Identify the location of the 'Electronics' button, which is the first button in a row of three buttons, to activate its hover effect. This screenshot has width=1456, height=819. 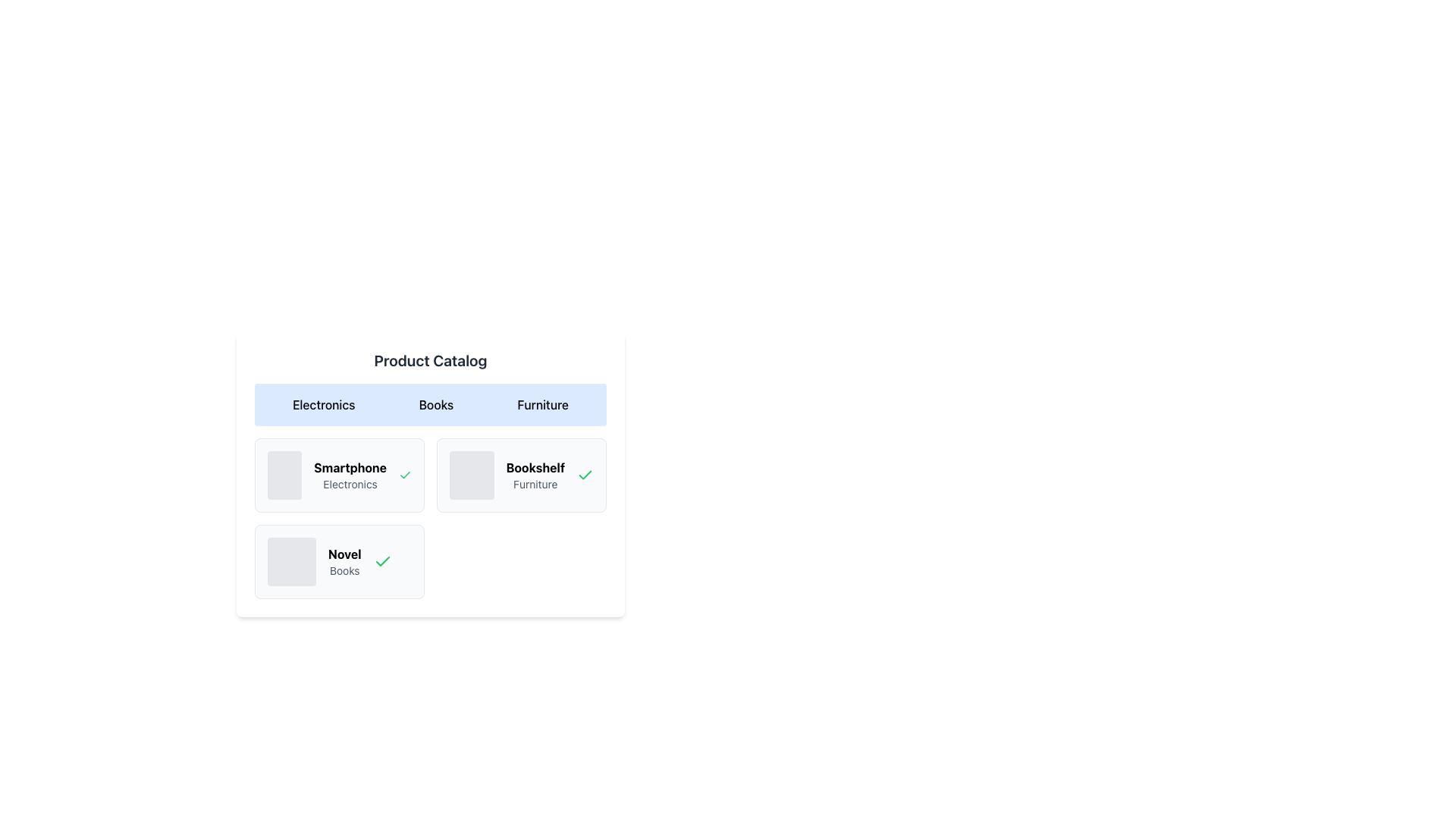
(323, 403).